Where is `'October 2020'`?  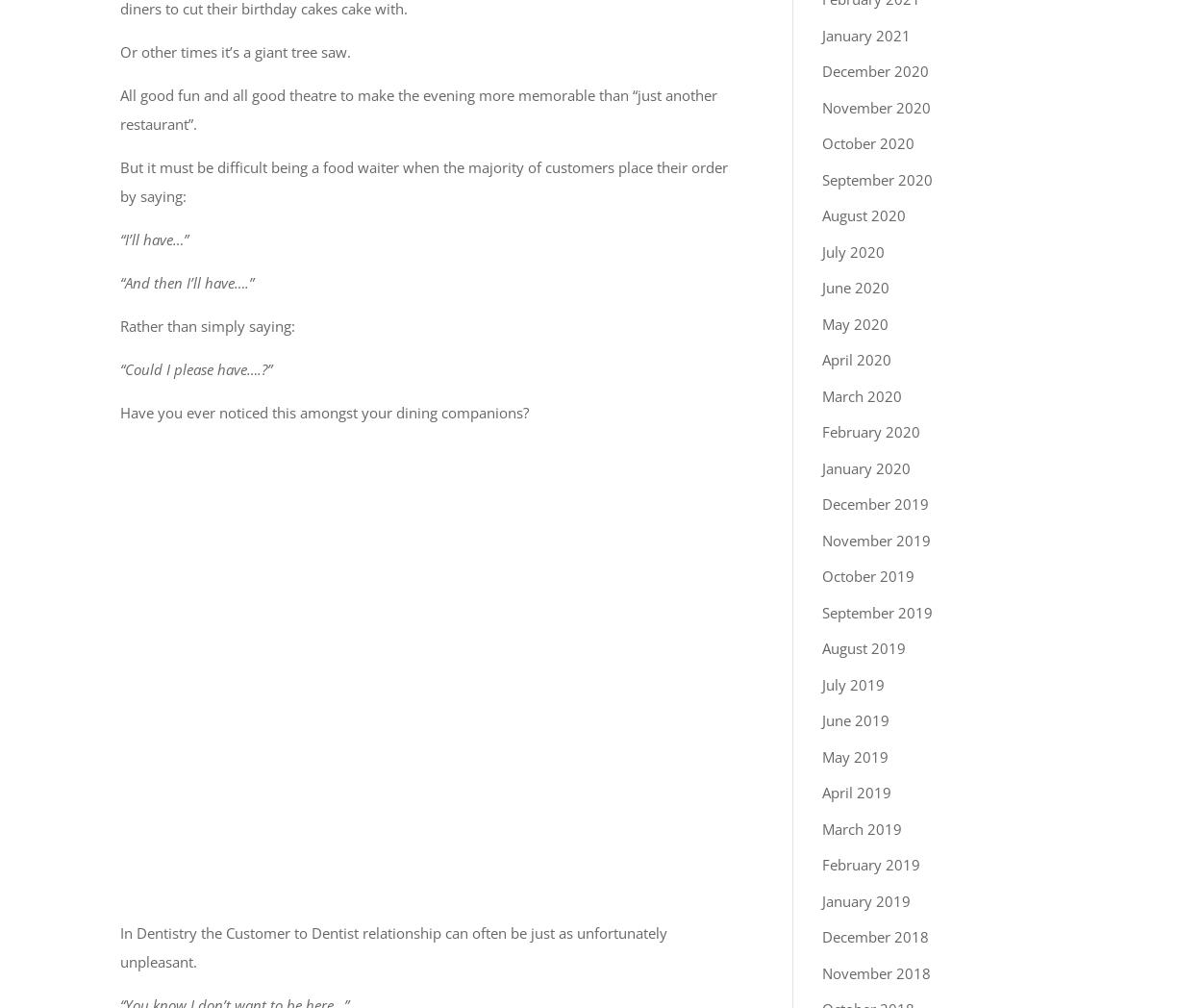 'October 2020' is located at coordinates (821, 143).